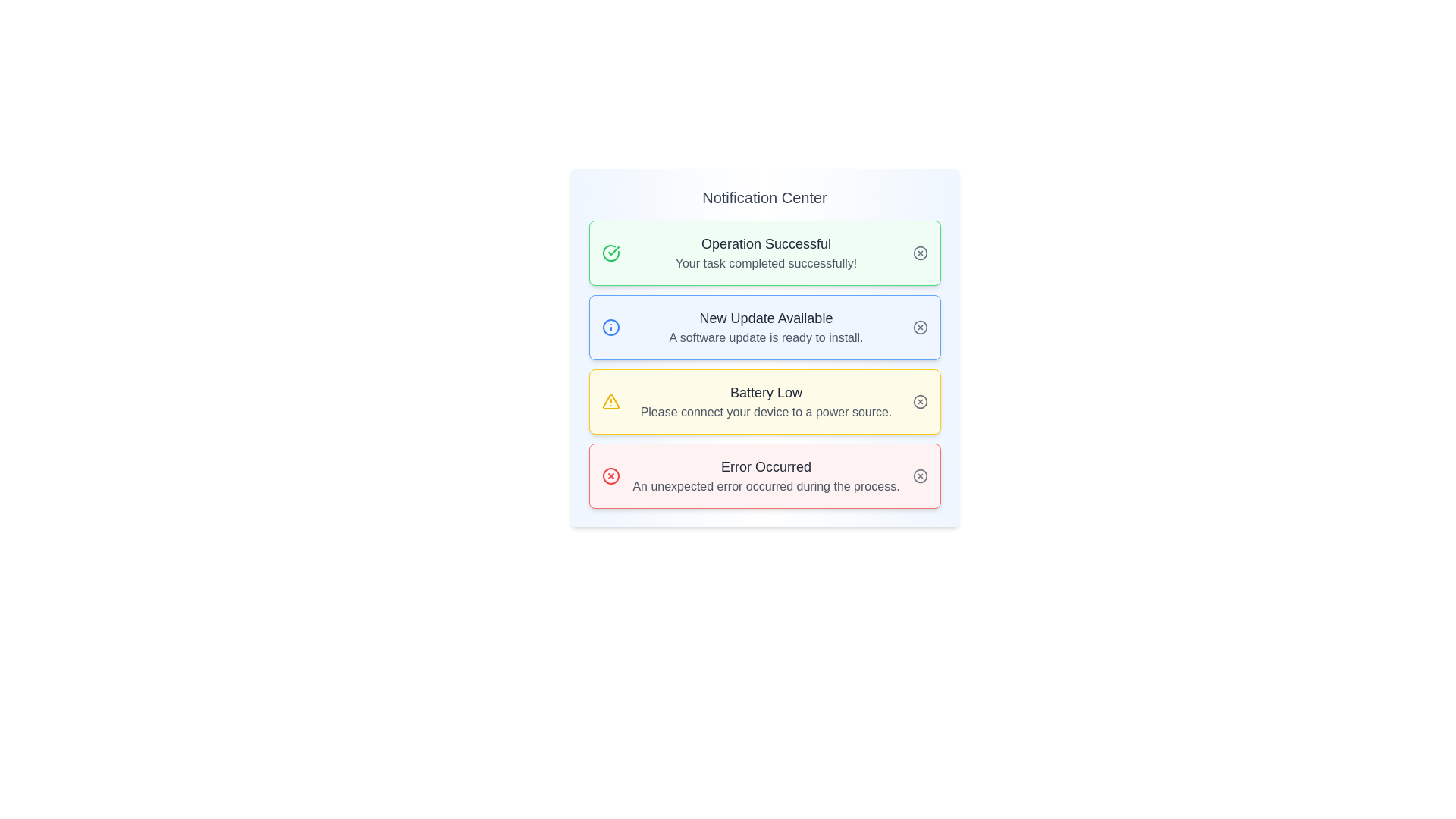 This screenshot has width=1456, height=819. I want to click on the warning icon indicating 'Battery Low' located at the top-left corner of the yellow notification card in the notification center, so click(610, 400).